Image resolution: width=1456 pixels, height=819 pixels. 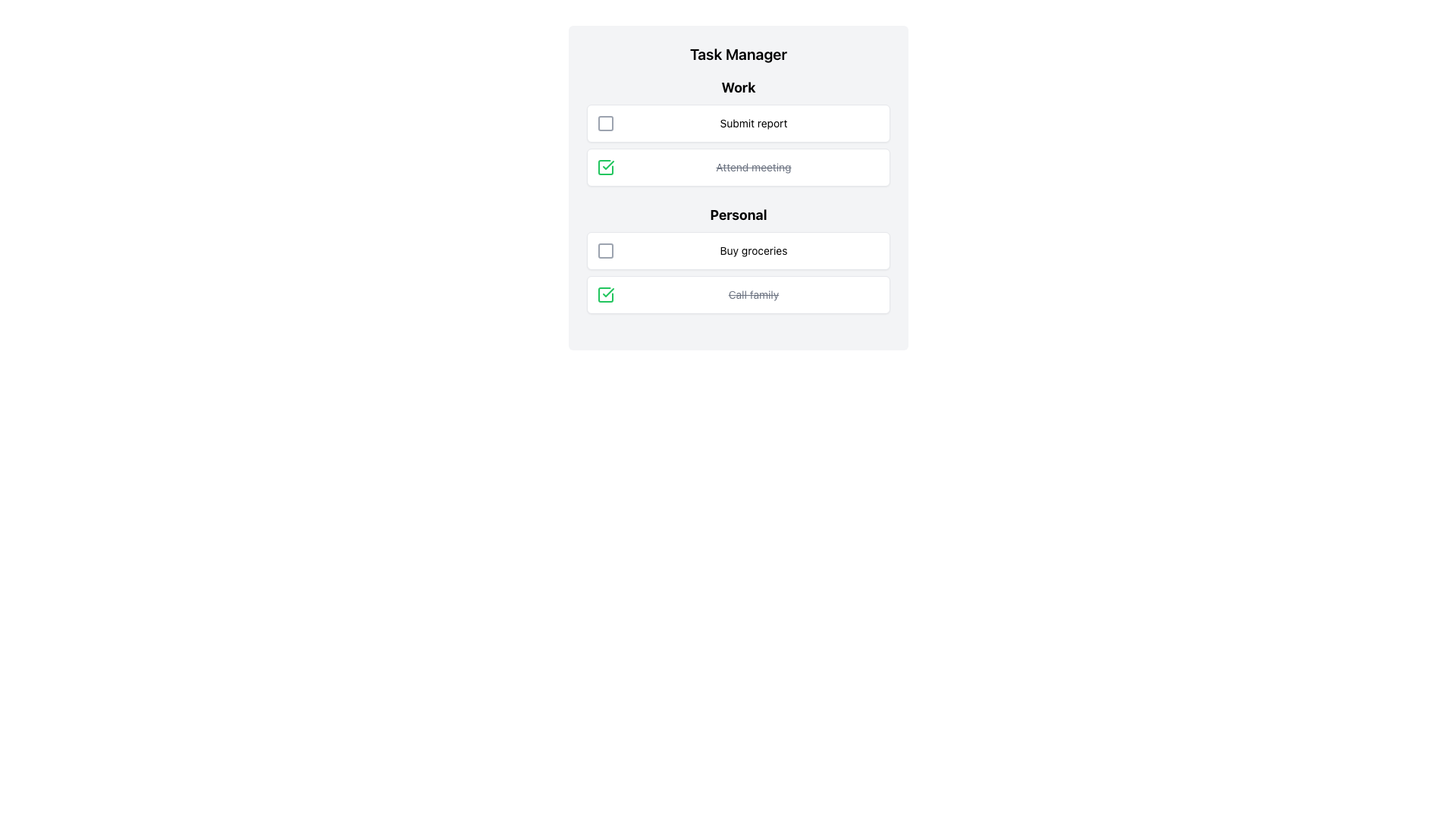 I want to click on the checkbox located to the left of the 'Buy groceries' label, so click(x=604, y=250).